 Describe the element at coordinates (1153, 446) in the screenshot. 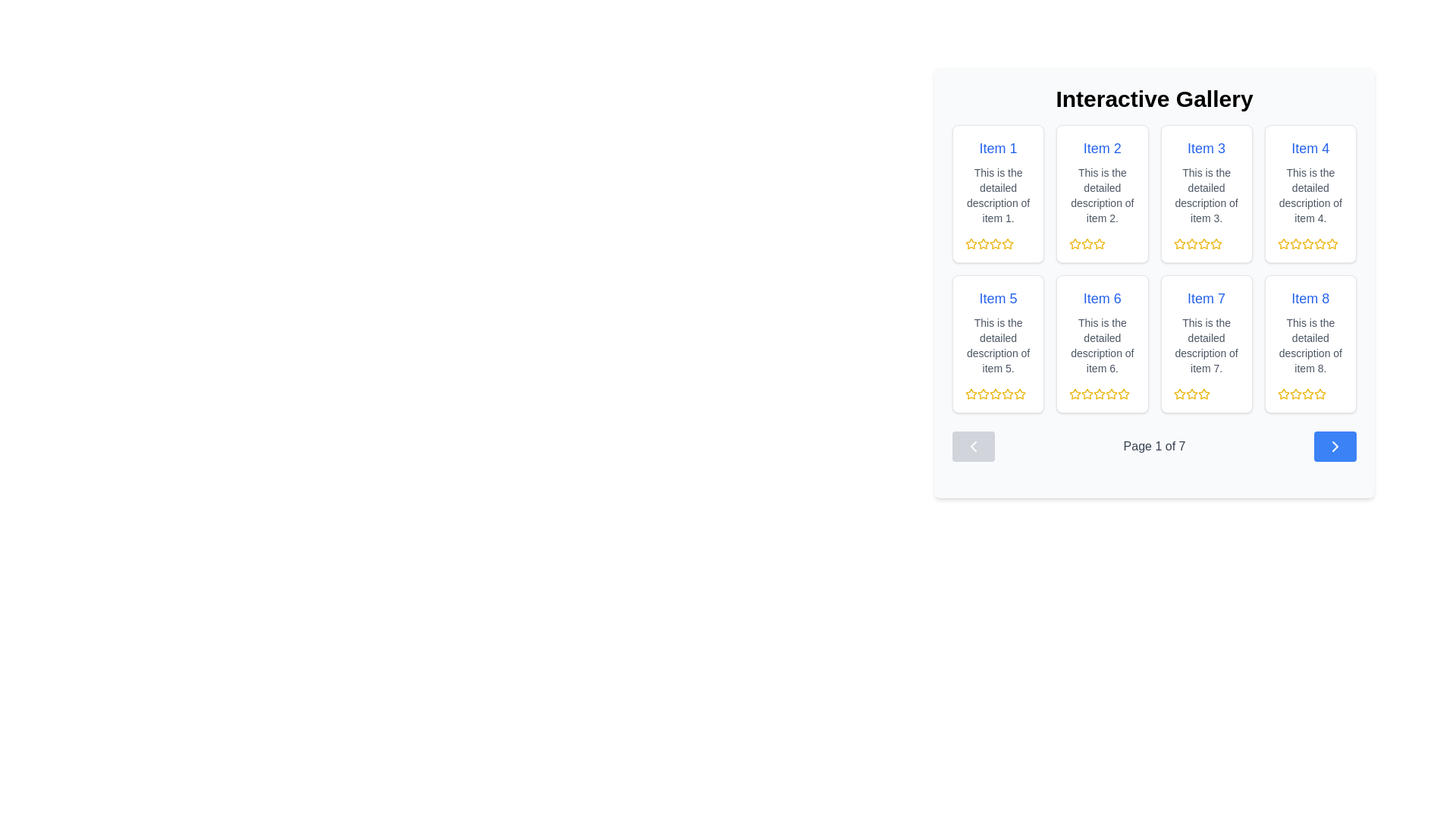

I see `text label displaying 'Page 1 of 7' to understand the current pagination state, located centrally at the bottom of the gallery interface` at that location.